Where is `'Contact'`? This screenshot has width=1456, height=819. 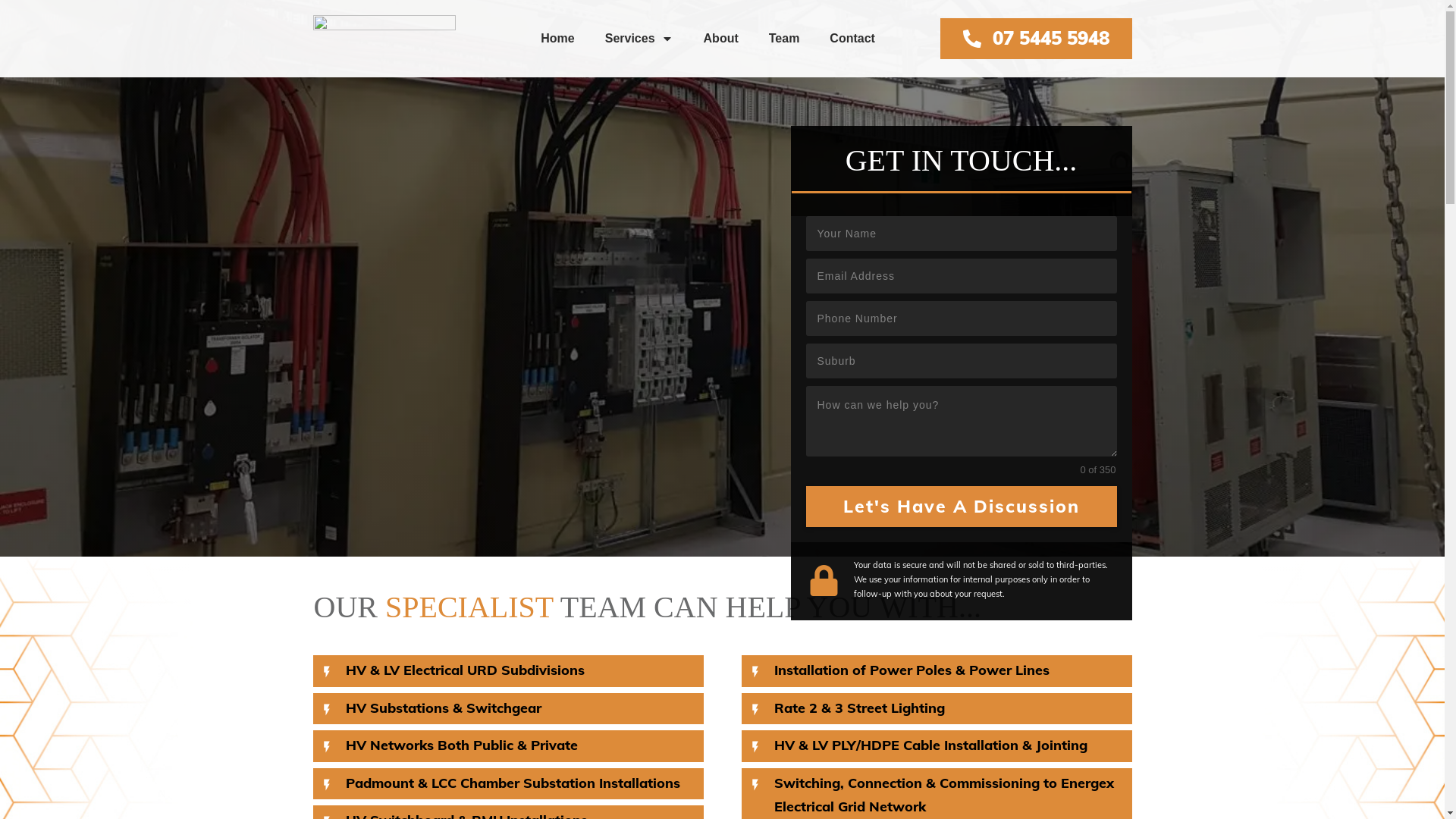 'Contact' is located at coordinates (852, 37).